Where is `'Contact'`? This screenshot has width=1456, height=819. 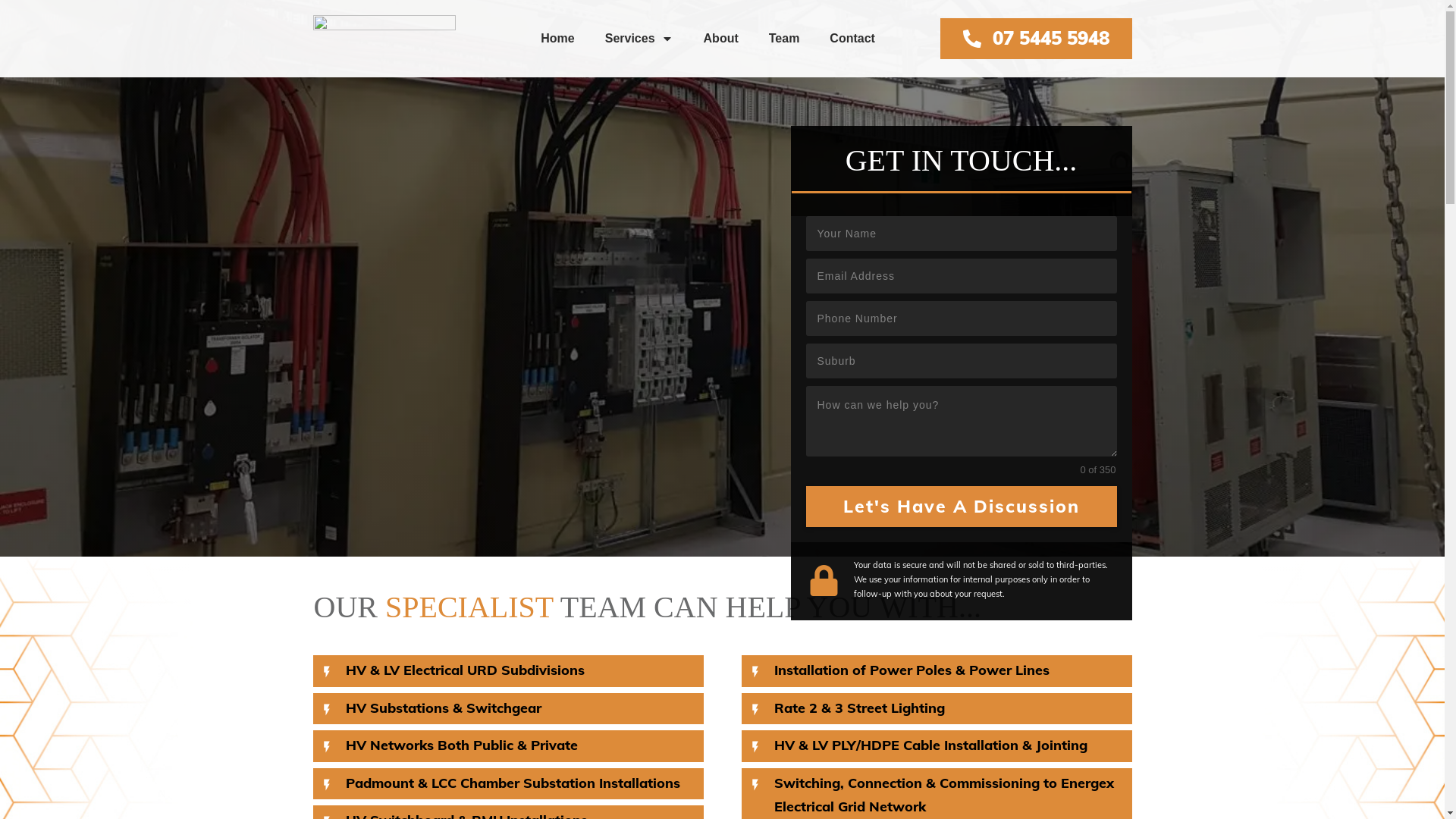 'Contact' is located at coordinates (852, 37).